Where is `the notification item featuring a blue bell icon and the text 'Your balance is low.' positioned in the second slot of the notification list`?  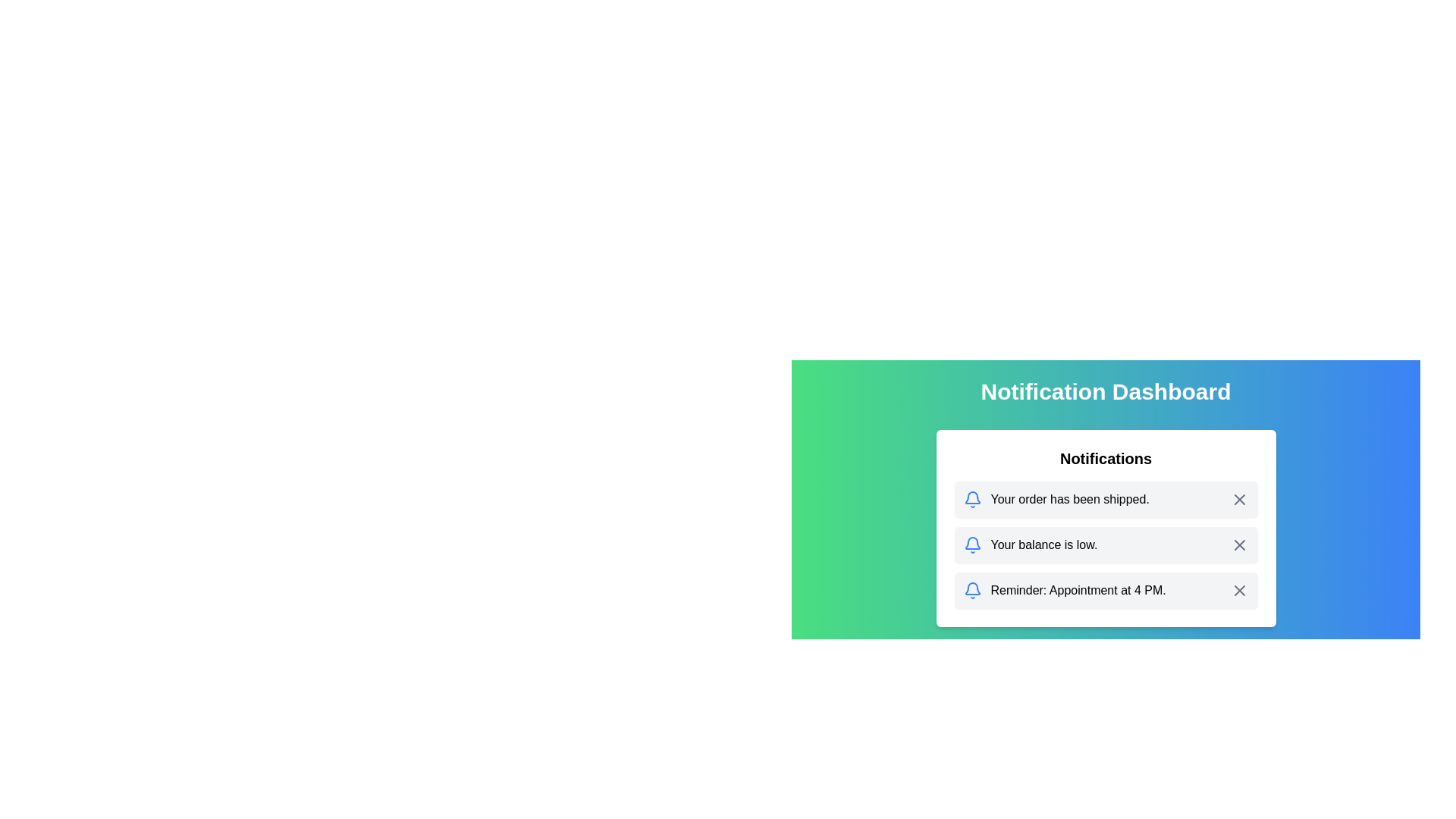
the notification item featuring a blue bell icon and the text 'Your balance is low.' positioned in the second slot of the notification list is located at coordinates (1030, 544).